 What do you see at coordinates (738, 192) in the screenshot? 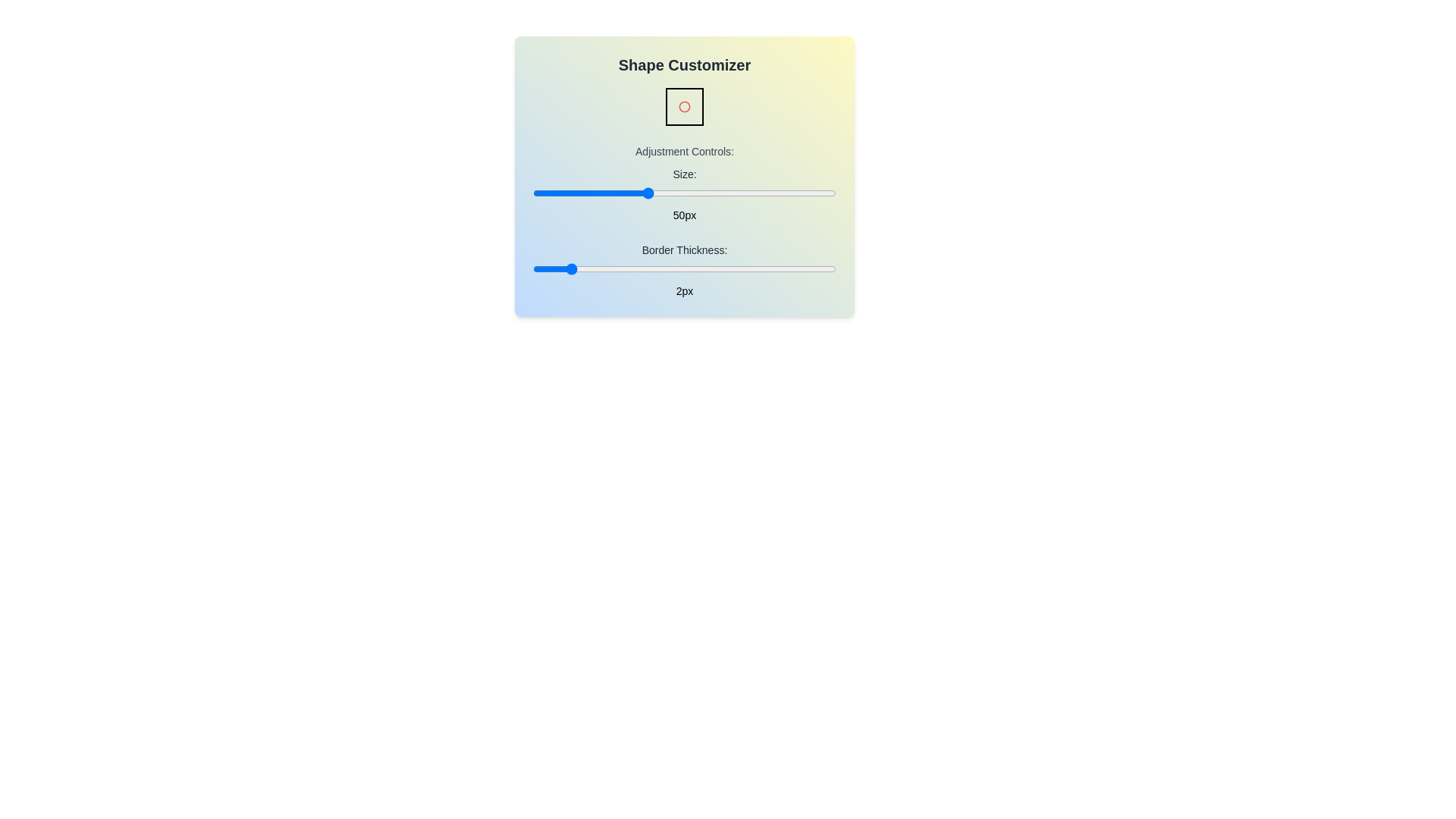
I see `the 'Size' slider to set the size to 74 pixels` at bounding box center [738, 192].